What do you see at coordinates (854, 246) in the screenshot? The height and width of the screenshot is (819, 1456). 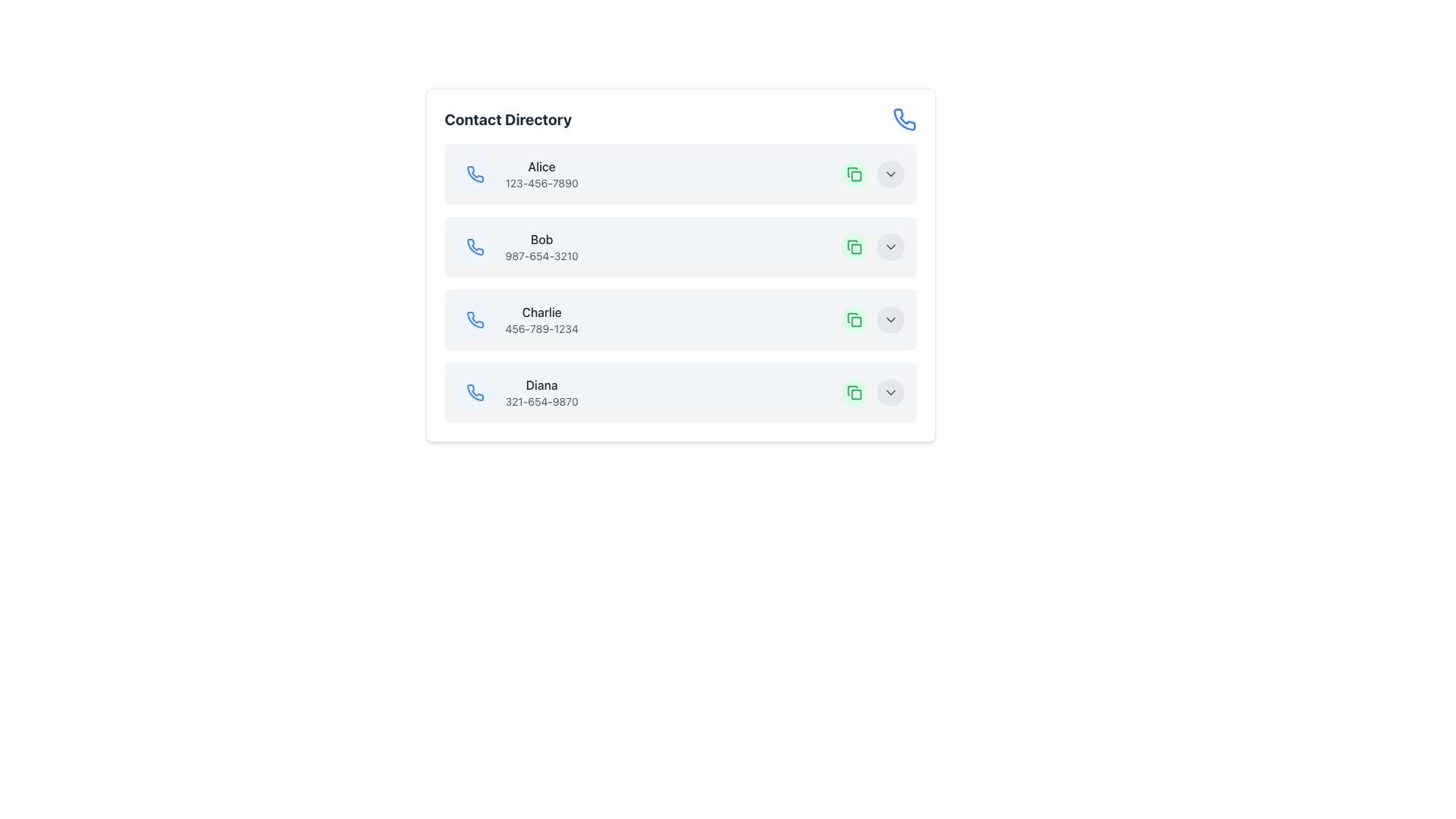 I see `the circular green button with a copy icon for the contact entry labeled 'Bob' in the second row of the contact directory list to copy the information` at bounding box center [854, 246].